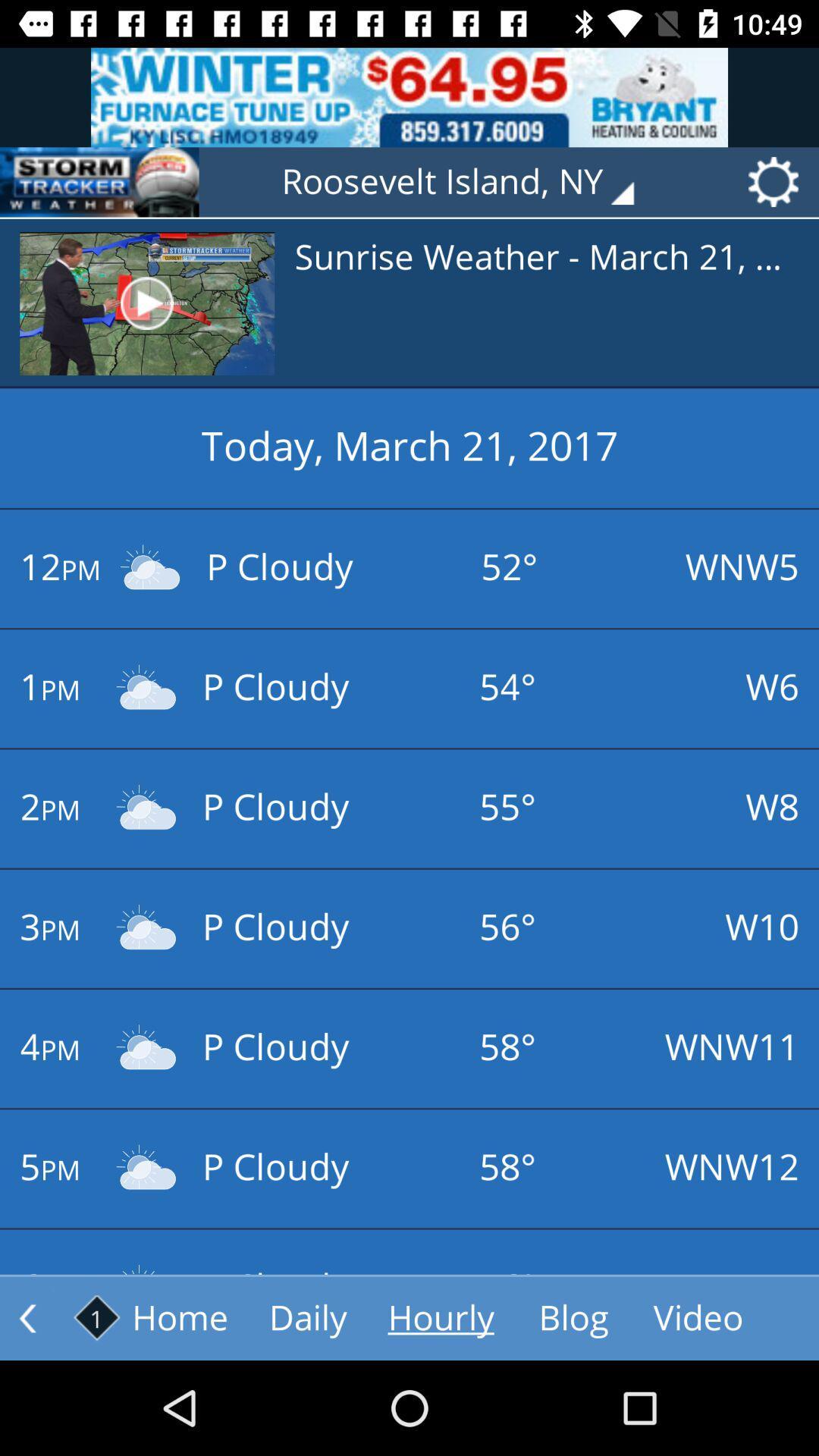 This screenshot has width=819, height=1456. I want to click on go back, so click(27, 1317).